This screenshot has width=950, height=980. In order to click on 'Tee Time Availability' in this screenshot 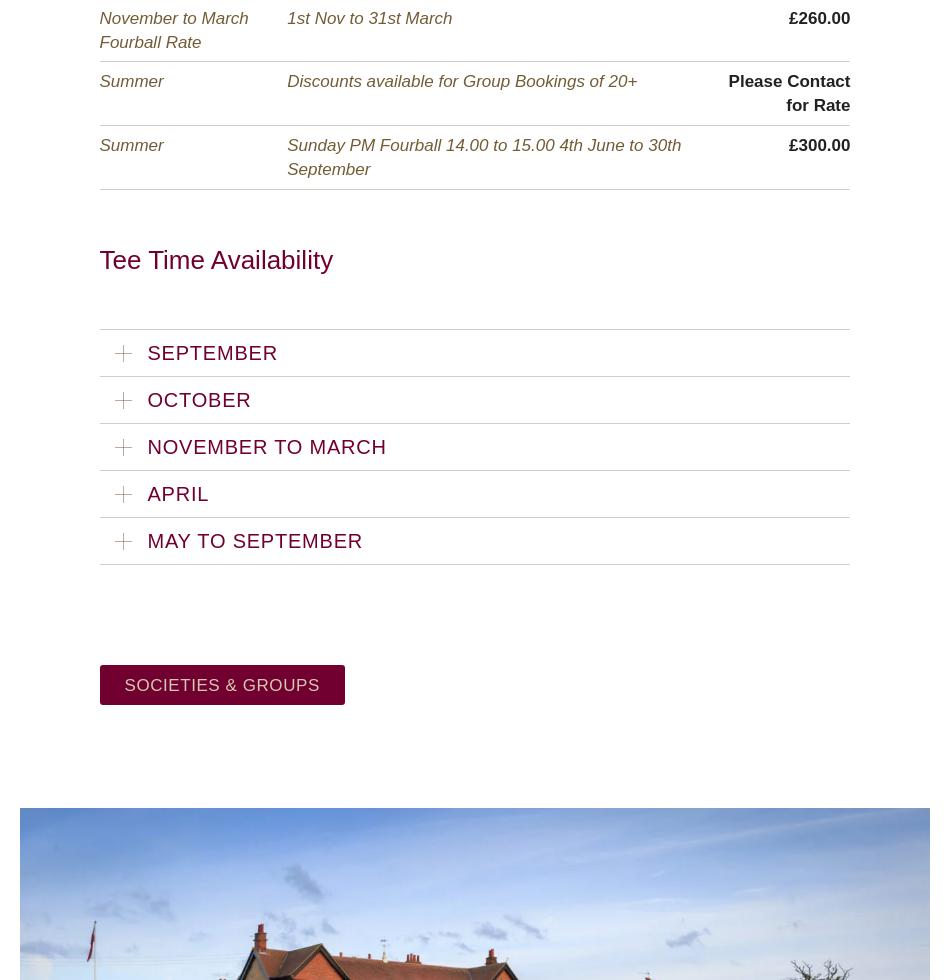, I will do `click(216, 259)`.